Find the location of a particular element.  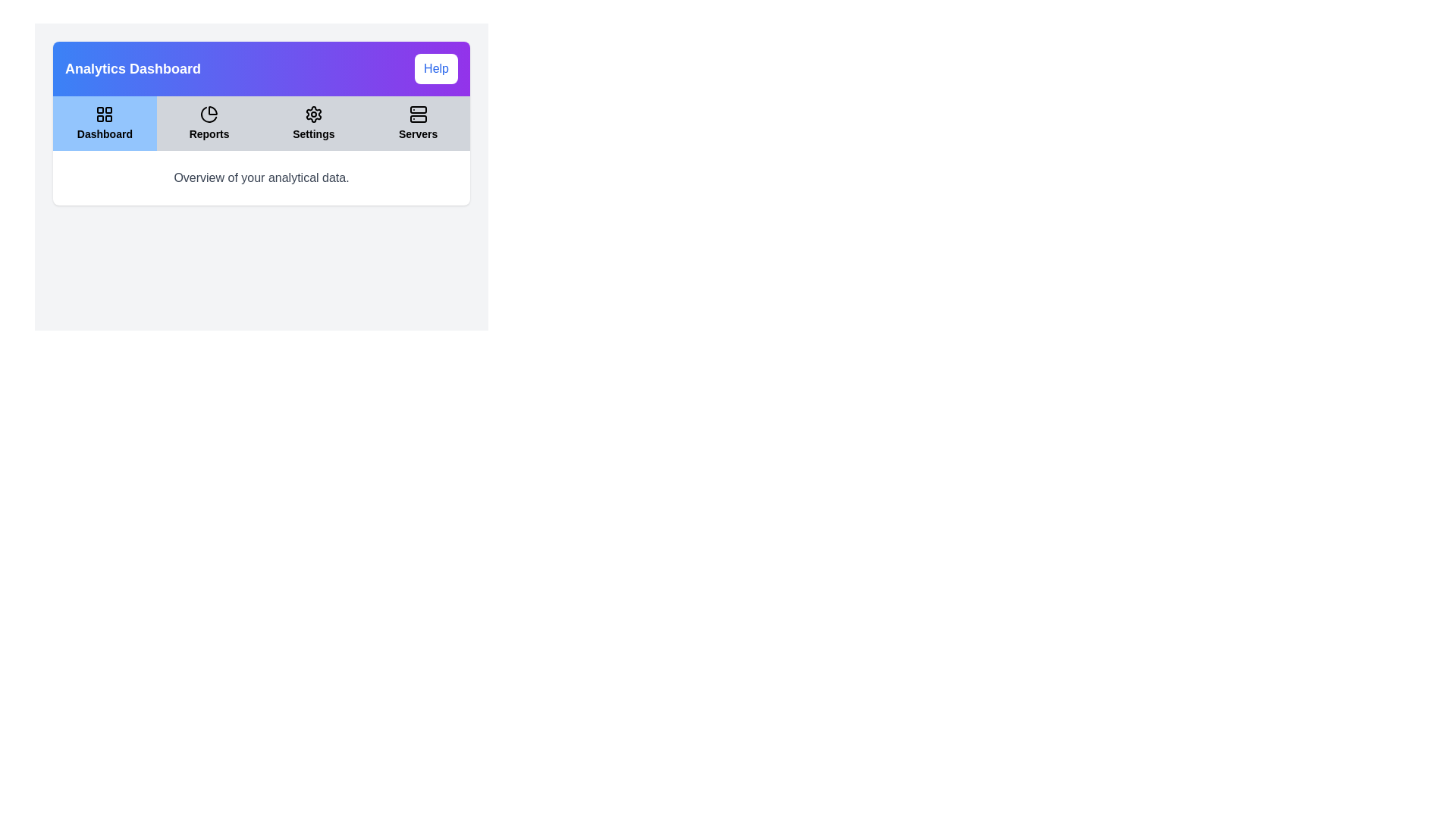

text label displaying 'Servers', which is the fourth item in the horizontal navigation bar, located to the right of the 'Settings' label is located at coordinates (418, 133).